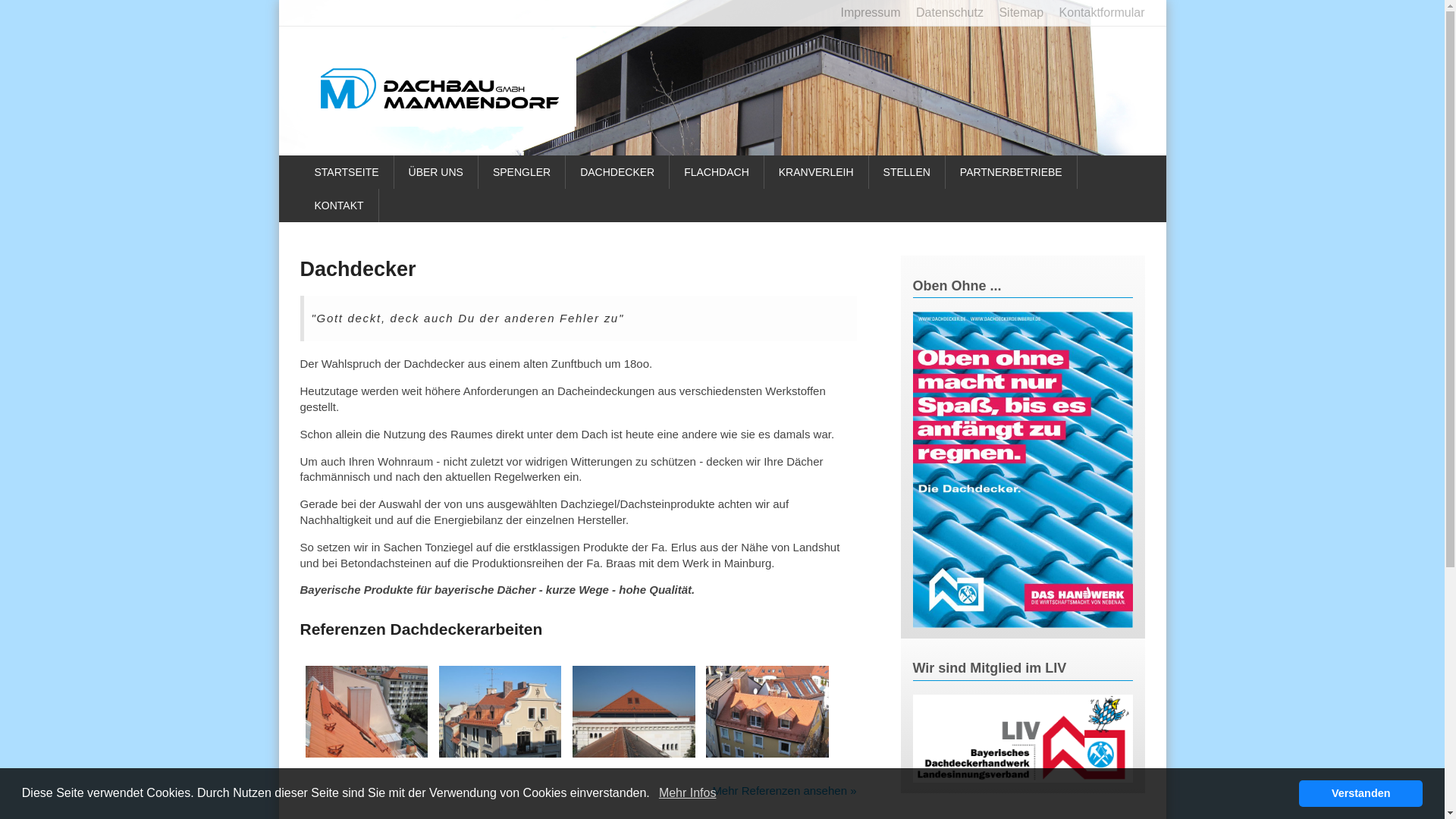  Describe the element at coordinates (1012, 171) in the screenshot. I see `'PARTNERBETRIEBE'` at that location.